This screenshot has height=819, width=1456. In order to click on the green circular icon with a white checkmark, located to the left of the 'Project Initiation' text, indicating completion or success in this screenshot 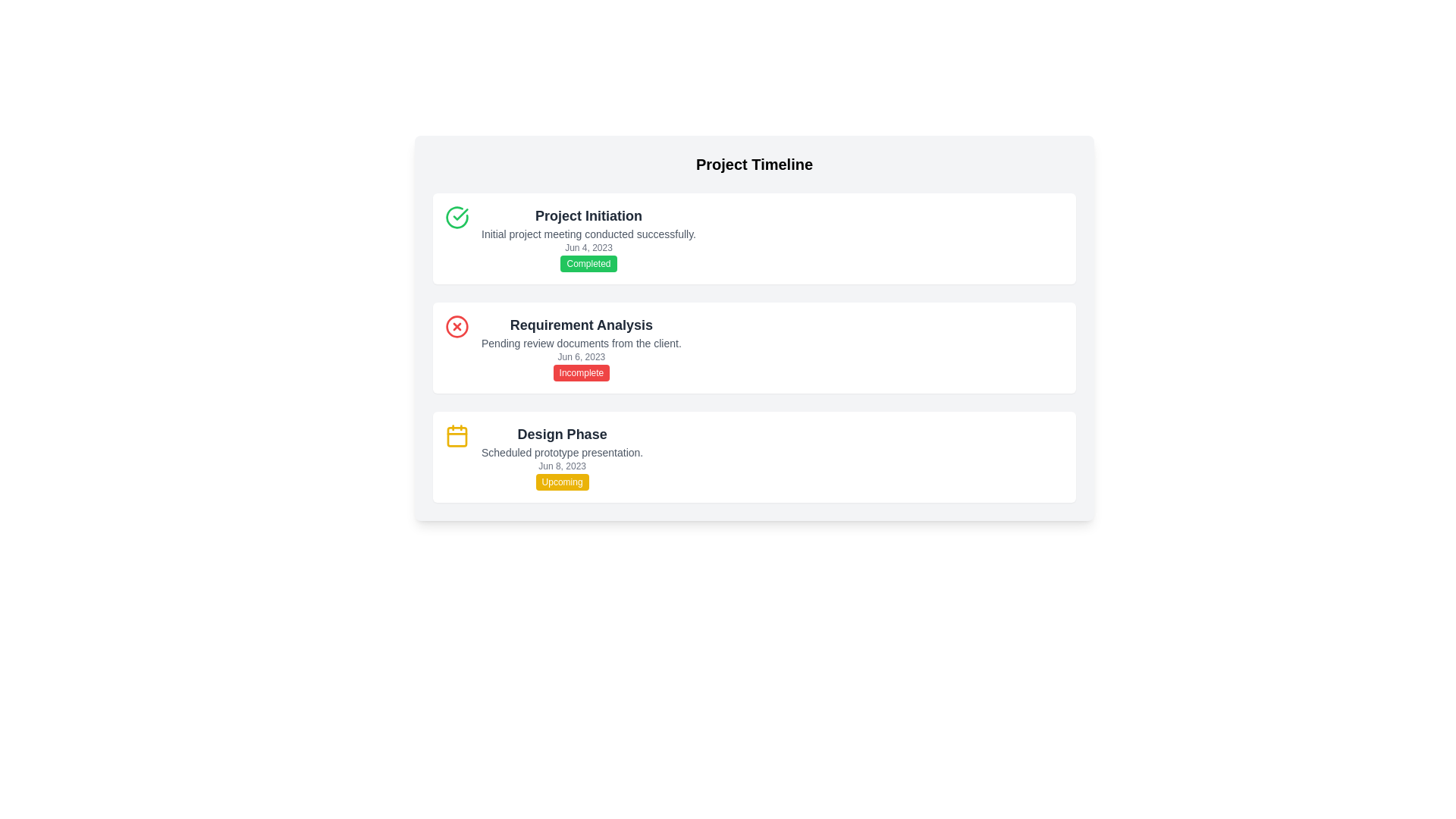, I will do `click(457, 217)`.